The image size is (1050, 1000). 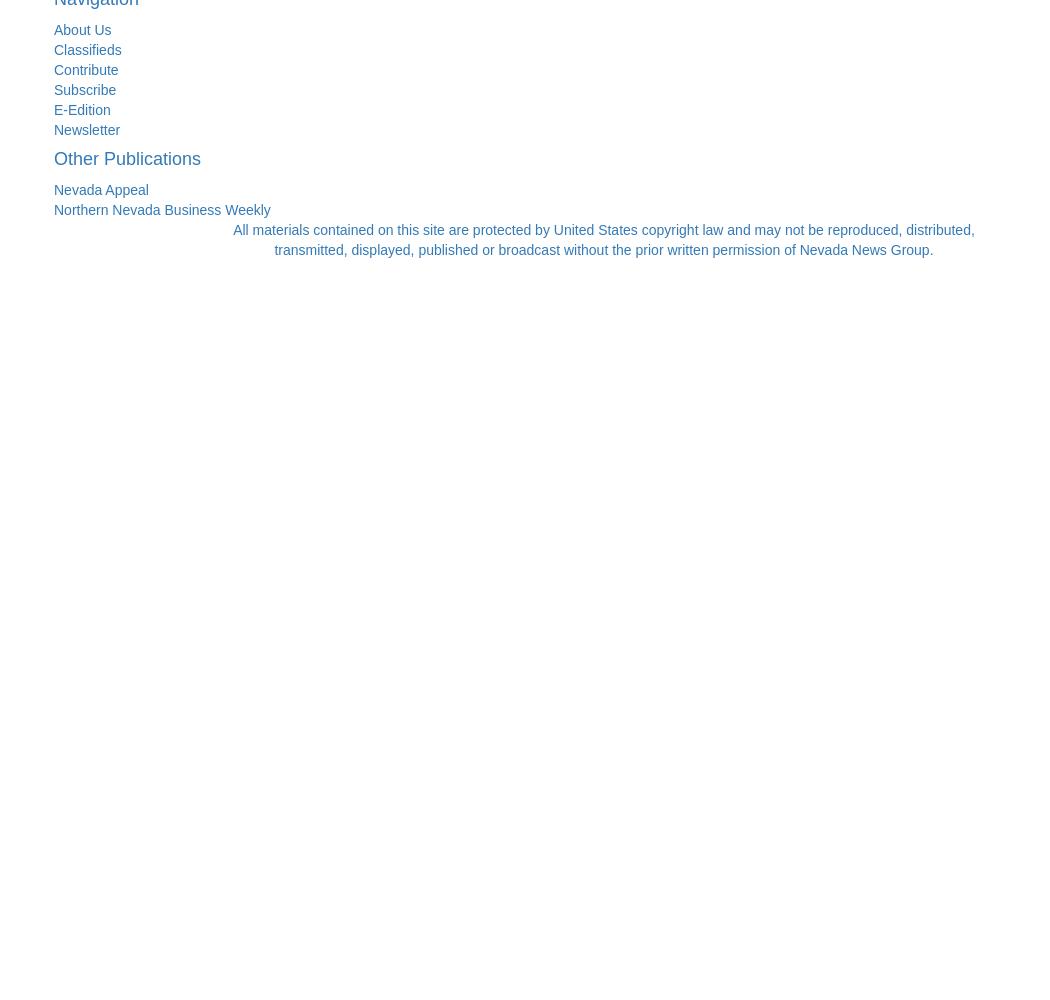 I want to click on 'Northern Nevada Business Weekly', so click(x=162, y=208).